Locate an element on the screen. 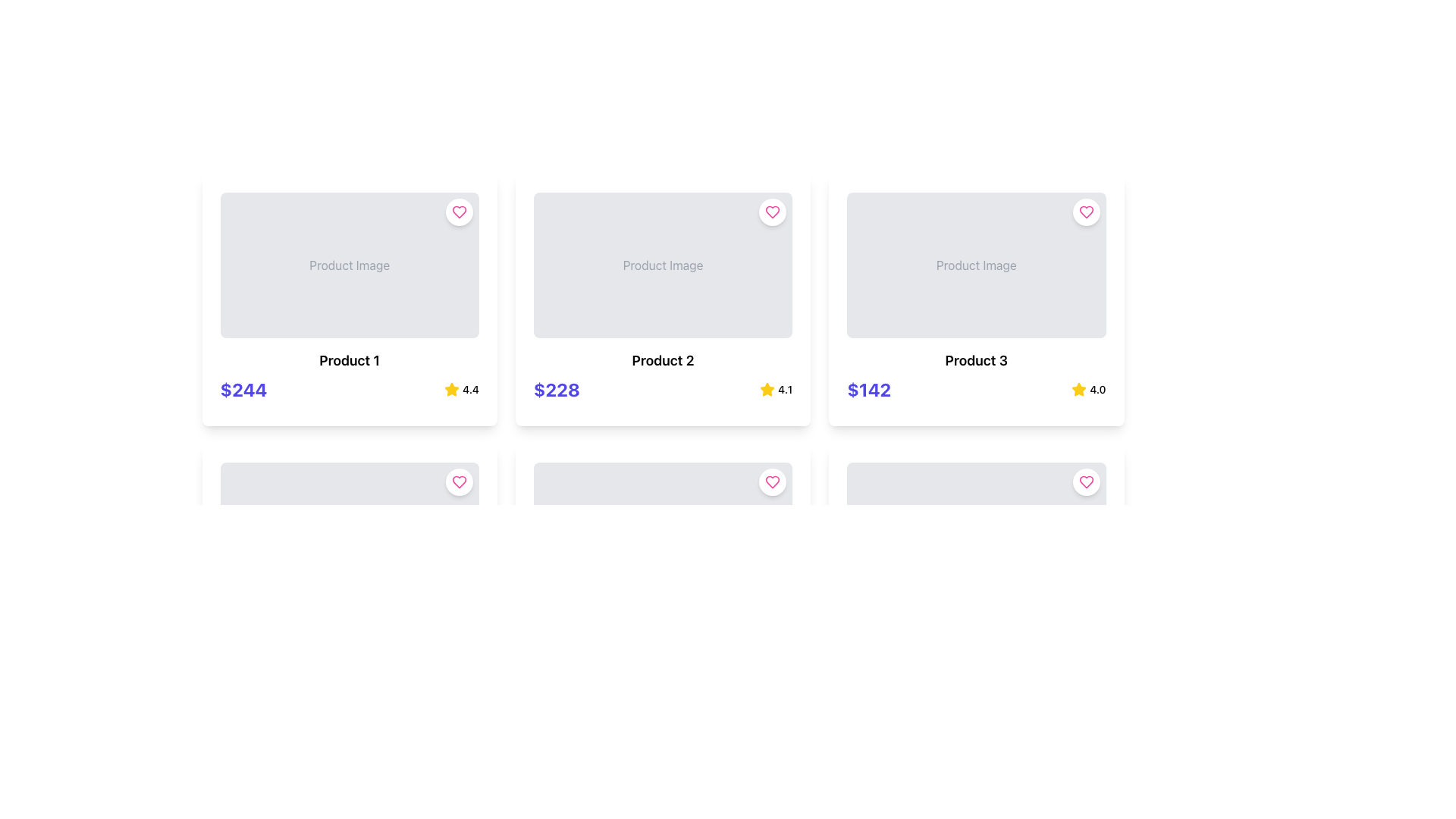 The height and width of the screenshot is (819, 1456). the heart-shaped icon with a pink border in the top-right corner of the 'Product 3' card is located at coordinates (1085, 212).